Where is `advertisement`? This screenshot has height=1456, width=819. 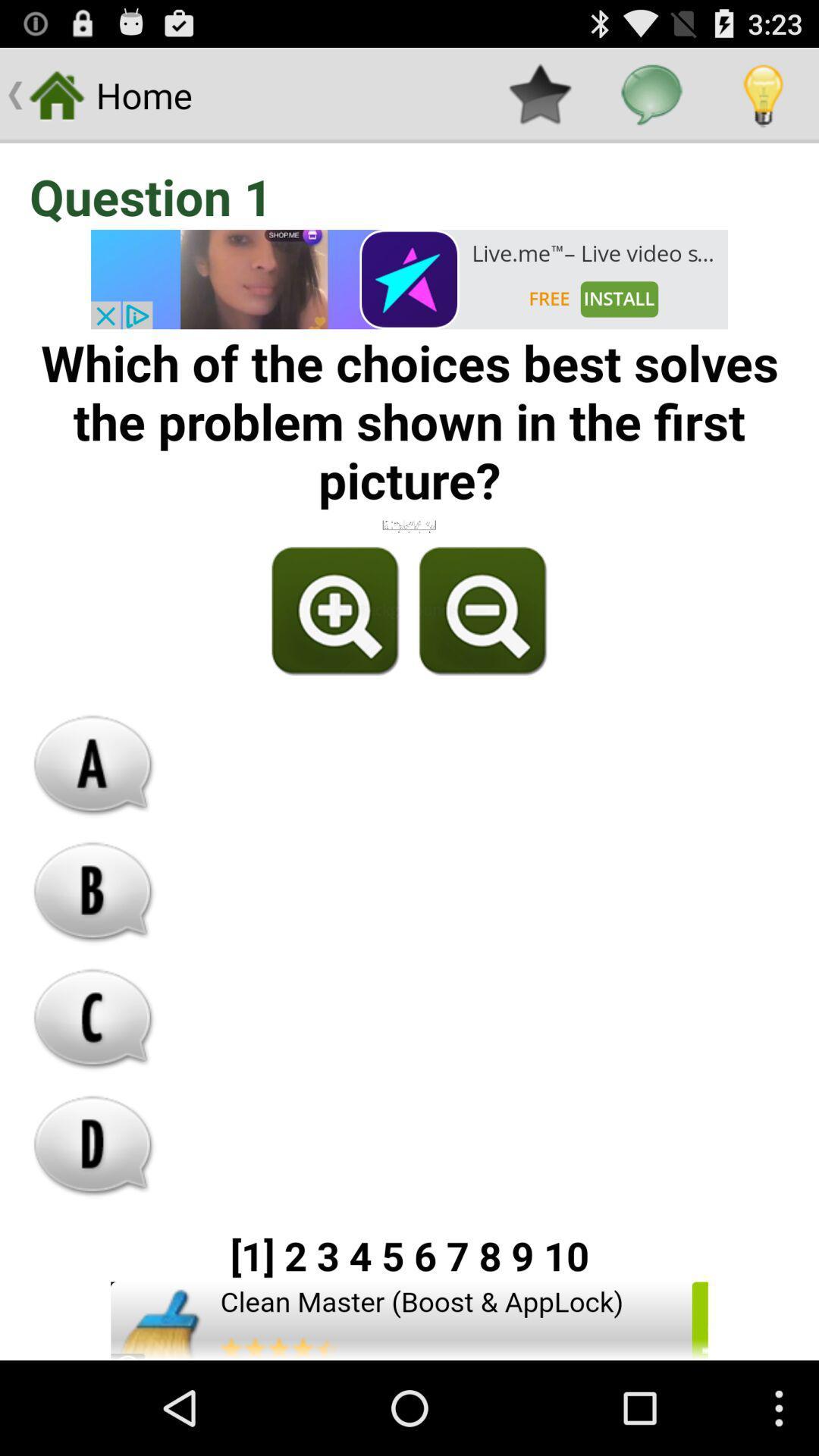 advertisement is located at coordinates (409, 279).